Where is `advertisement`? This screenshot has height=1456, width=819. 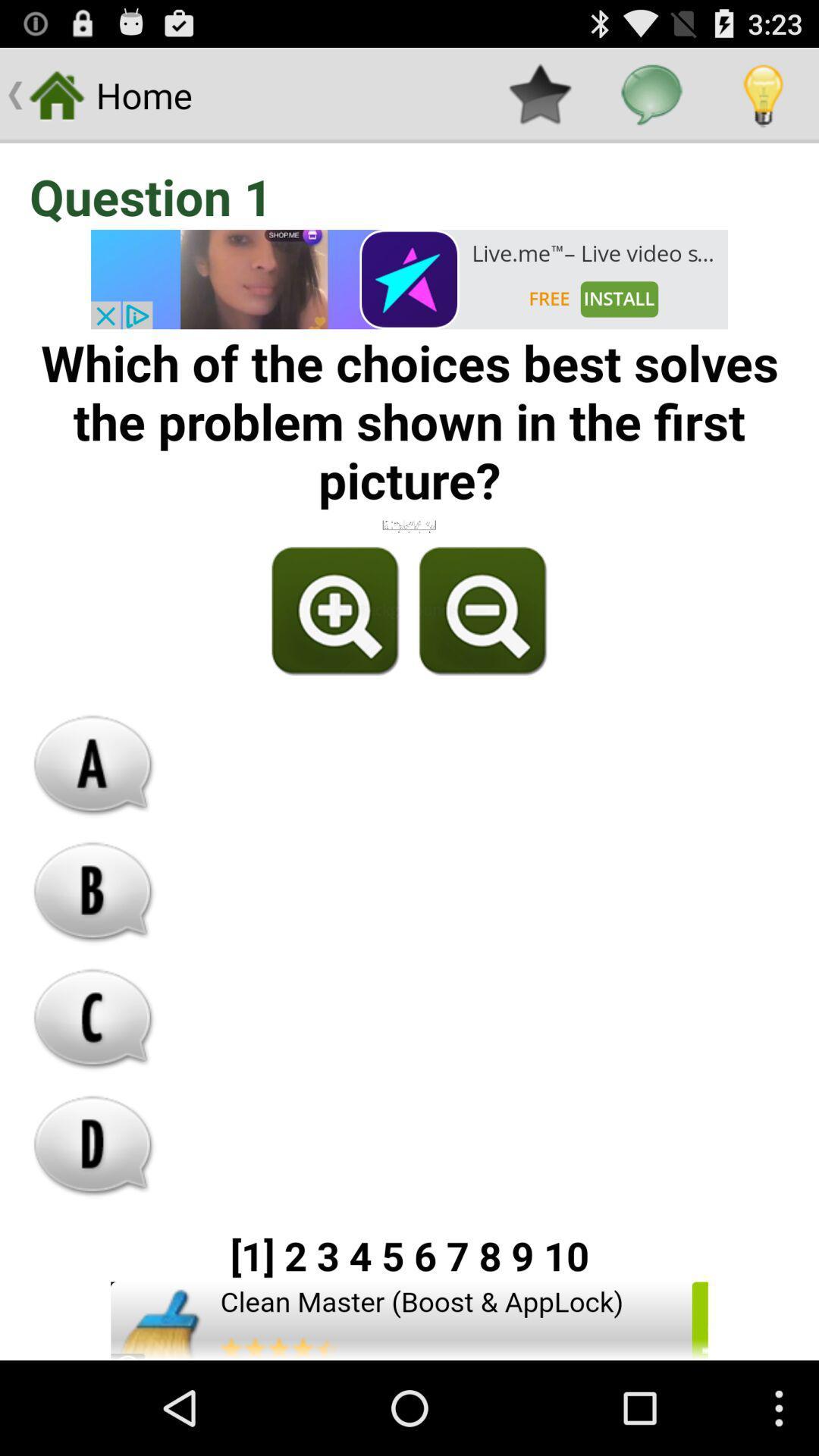 advertisement is located at coordinates (409, 279).